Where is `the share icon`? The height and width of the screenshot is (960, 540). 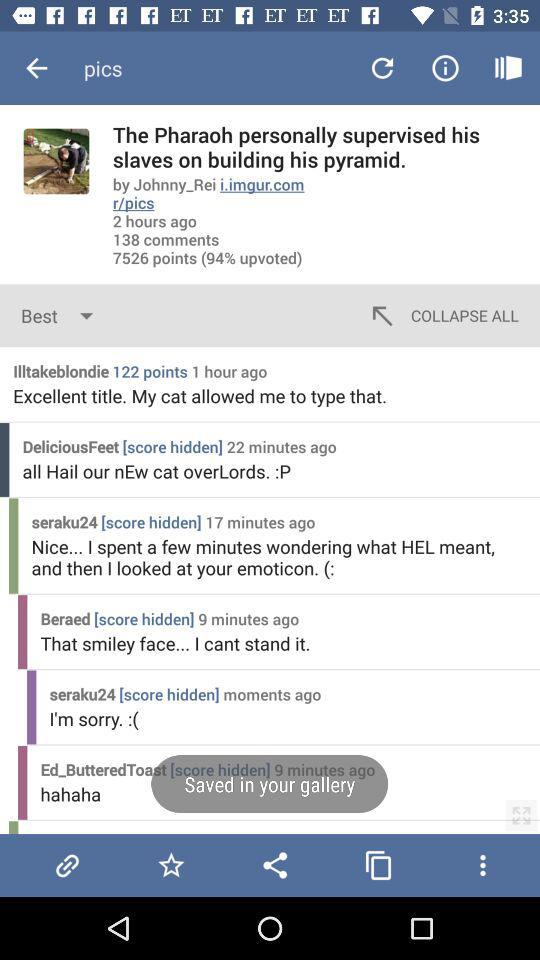 the share icon is located at coordinates (274, 864).